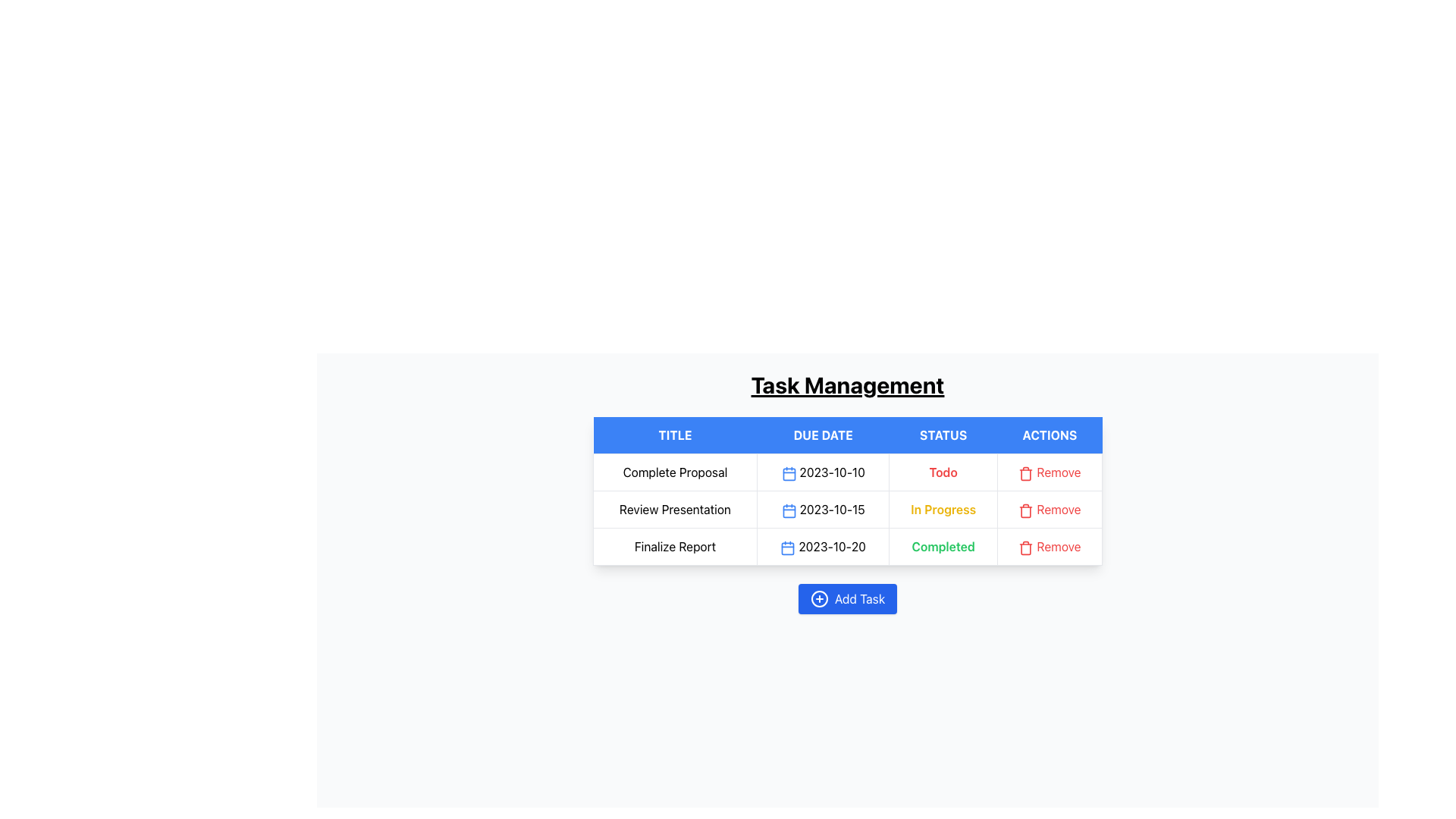 The height and width of the screenshot is (819, 1456). What do you see at coordinates (674, 547) in the screenshot?
I see `the static text cell labeled 'Finalize Report' in the leftmost column of the third row within the 'Task Management' table` at bounding box center [674, 547].